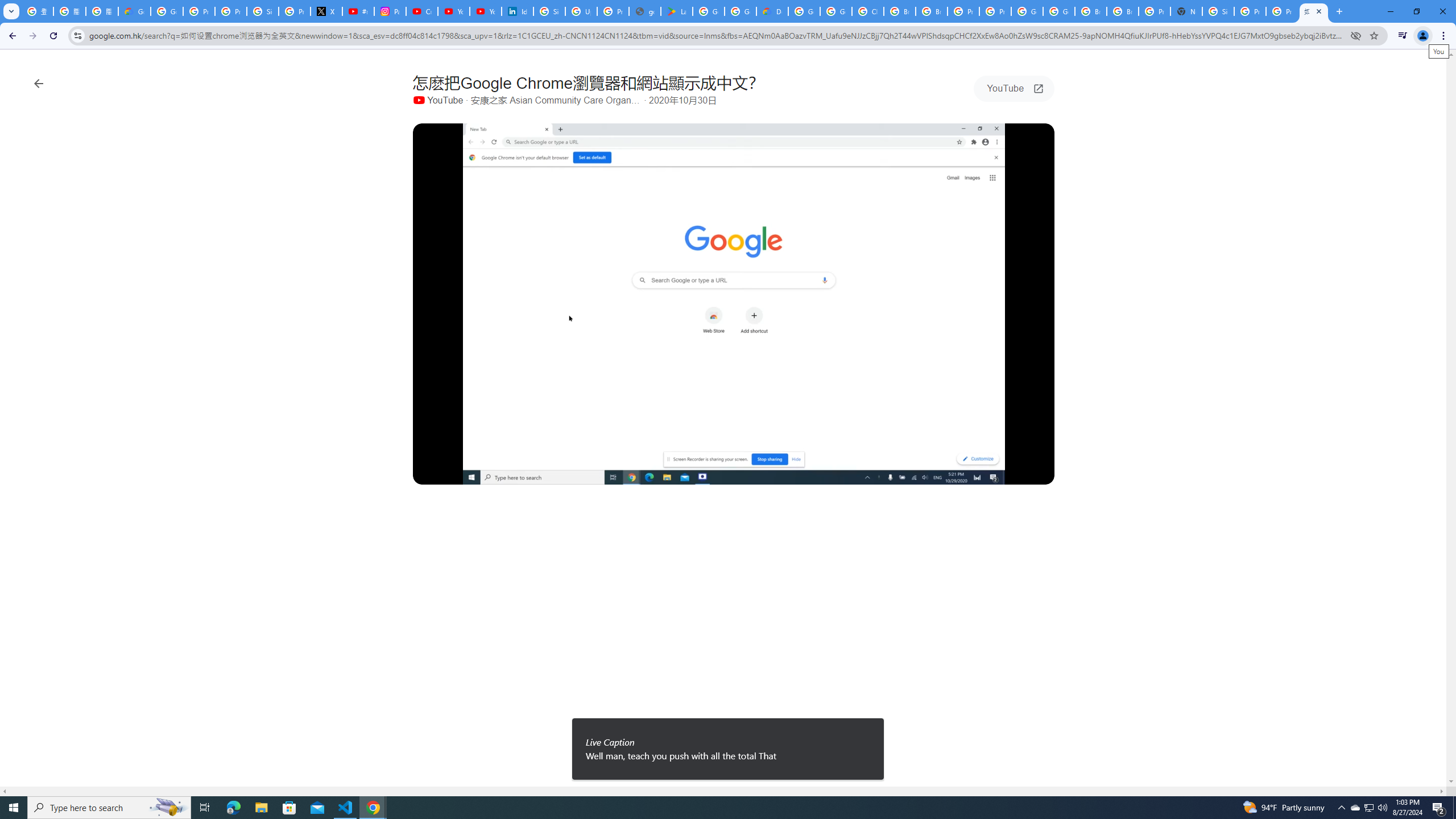  What do you see at coordinates (549, 11) in the screenshot?
I see `'Sign in - Google Accounts'` at bounding box center [549, 11].